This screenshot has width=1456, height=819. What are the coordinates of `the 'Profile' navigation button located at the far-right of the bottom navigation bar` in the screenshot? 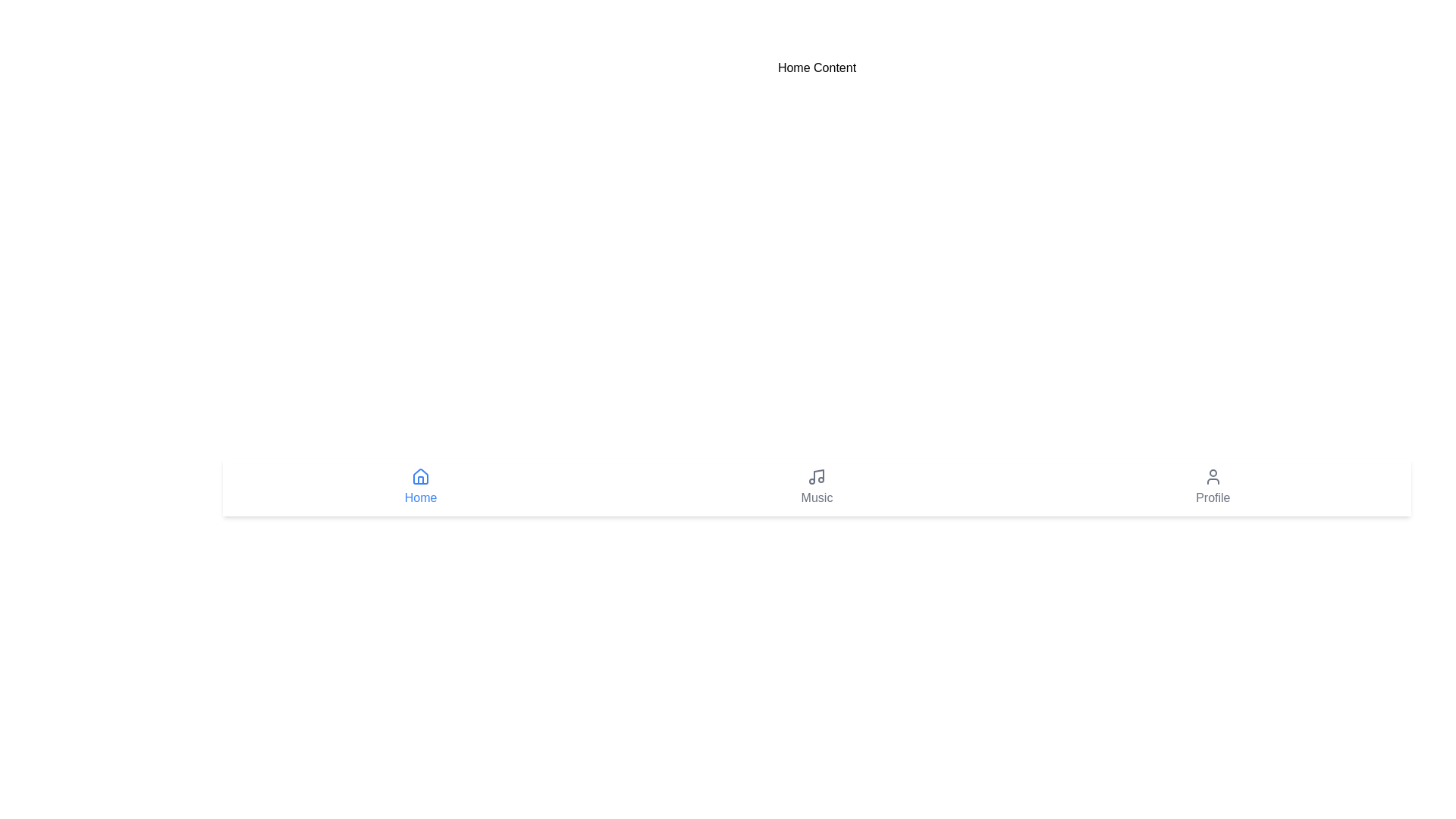 It's located at (1212, 488).